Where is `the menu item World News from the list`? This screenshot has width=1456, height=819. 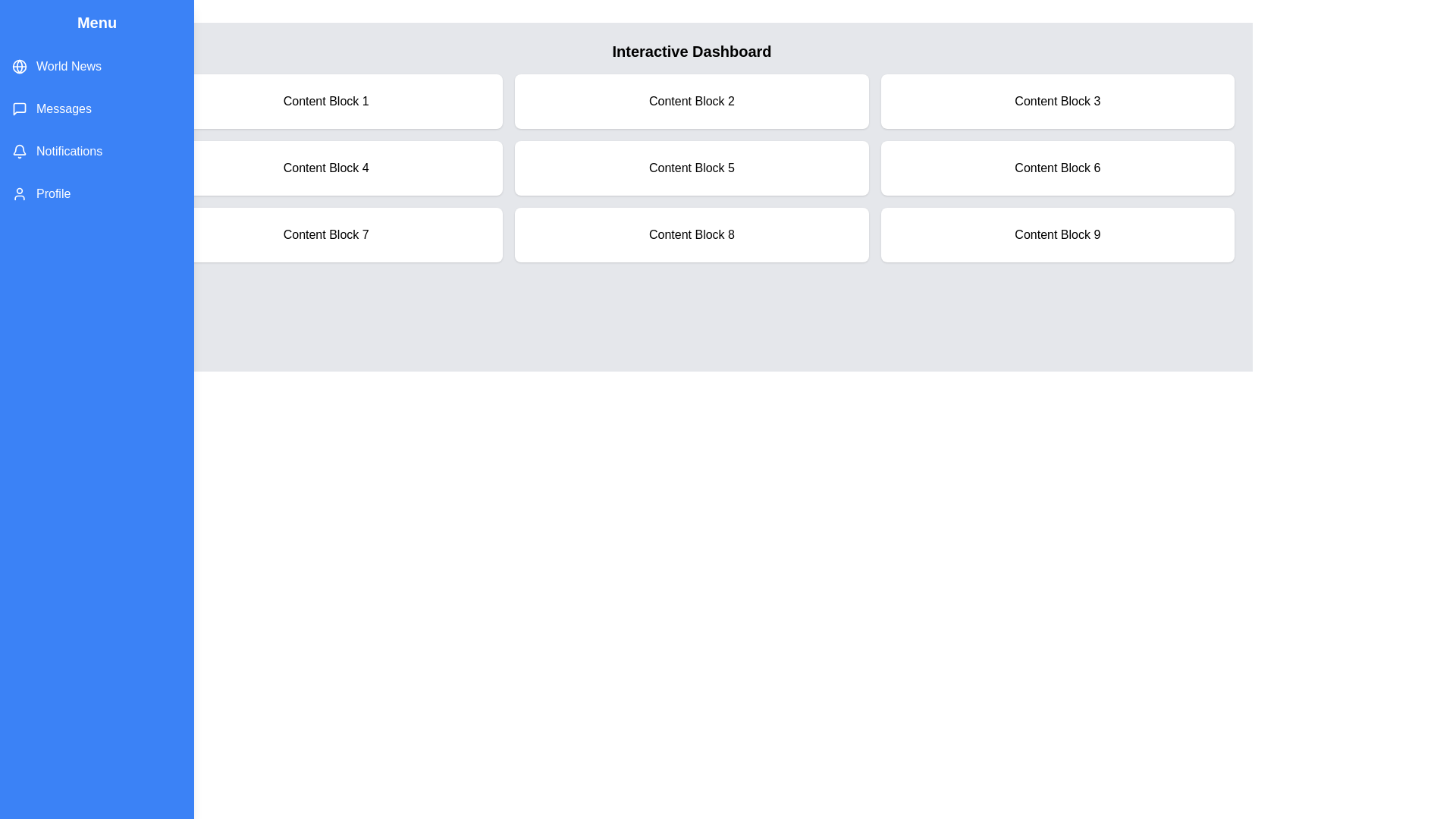 the menu item World News from the list is located at coordinates (96, 66).